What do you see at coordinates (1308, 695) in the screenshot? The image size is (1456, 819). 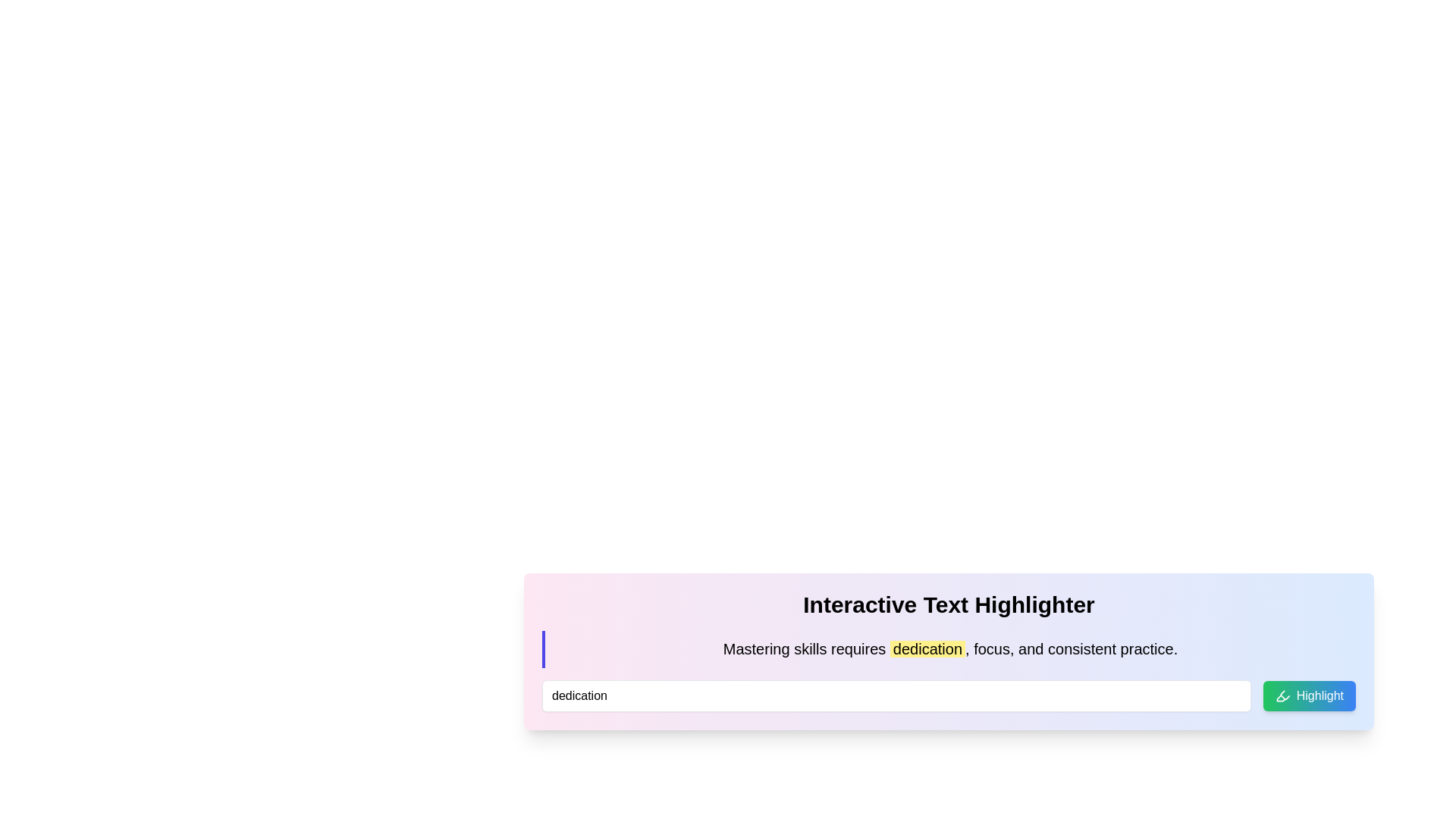 I see `the highlight button located on the right side of the text input field to alter its appearance` at bounding box center [1308, 695].